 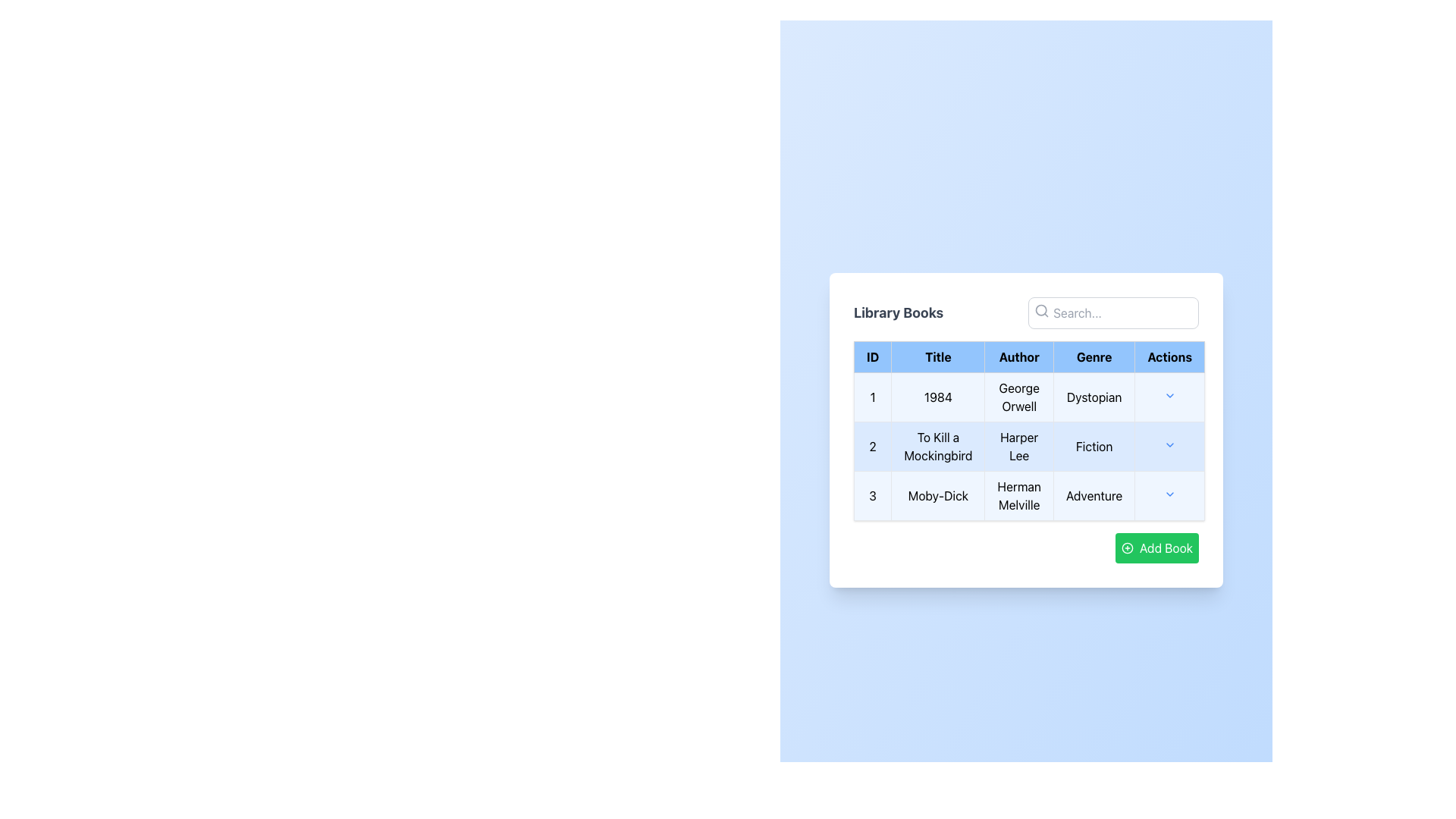 I want to click on the rightmost column header in the table that serves as a label for the actions or interactive elements associated with each row, following the 'Genre' column header, so click(x=1169, y=356).